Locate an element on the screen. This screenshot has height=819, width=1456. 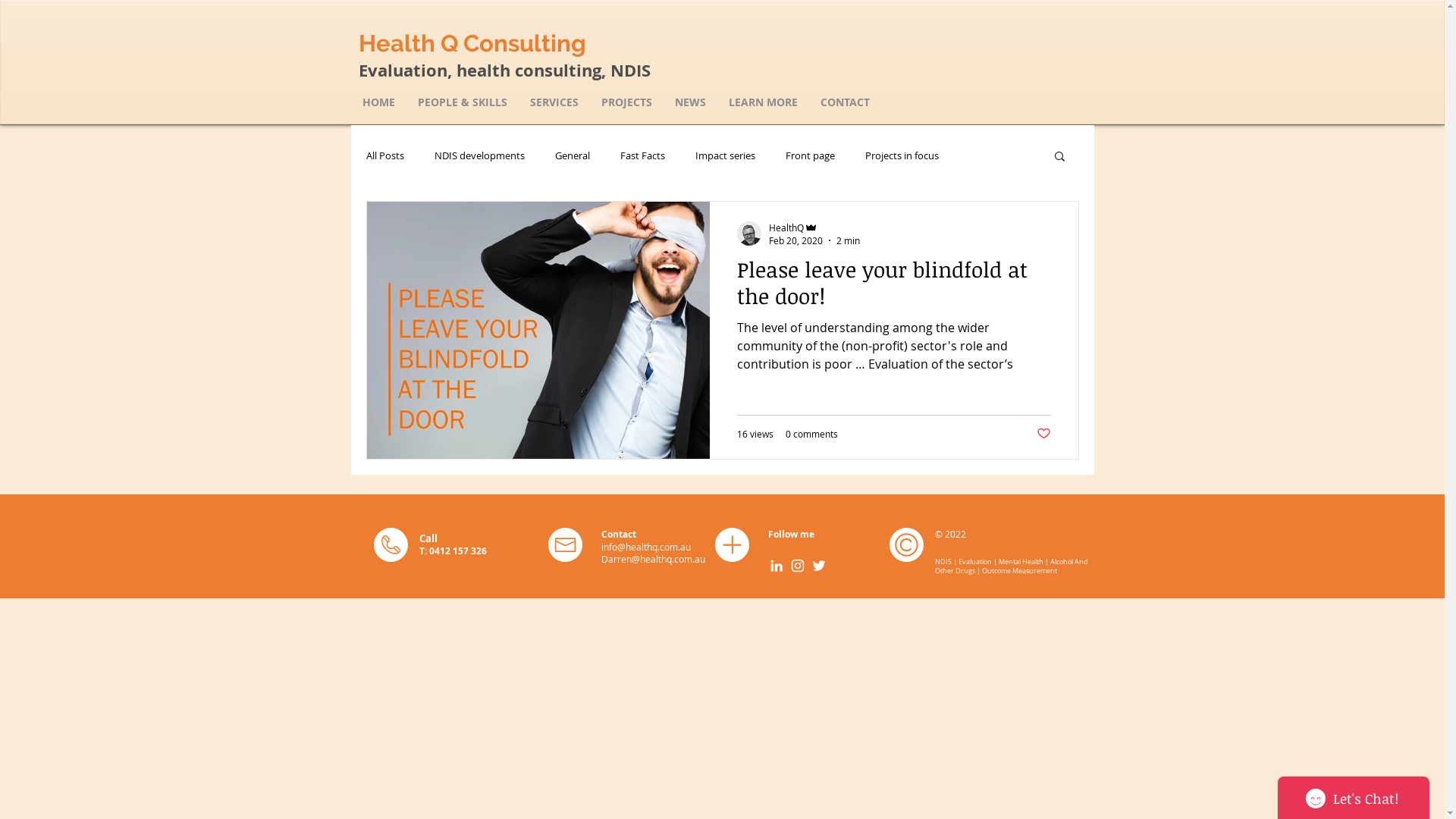
'Impact series' is located at coordinates (694, 155).